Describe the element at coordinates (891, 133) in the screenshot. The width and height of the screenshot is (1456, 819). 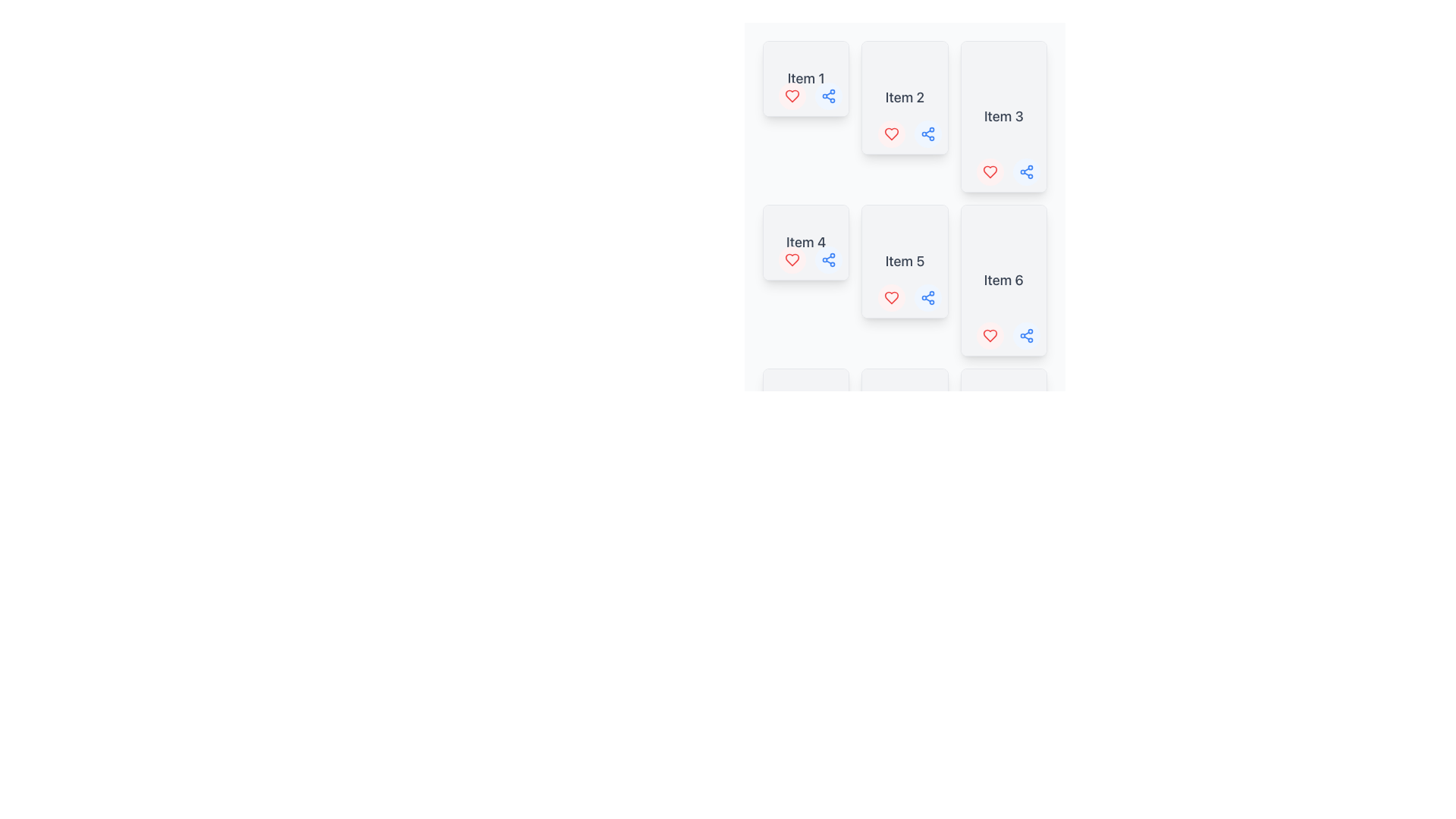
I see `the heart icon located in the middle of the second row of 'Item 2' to mark it as favorite` at that location.